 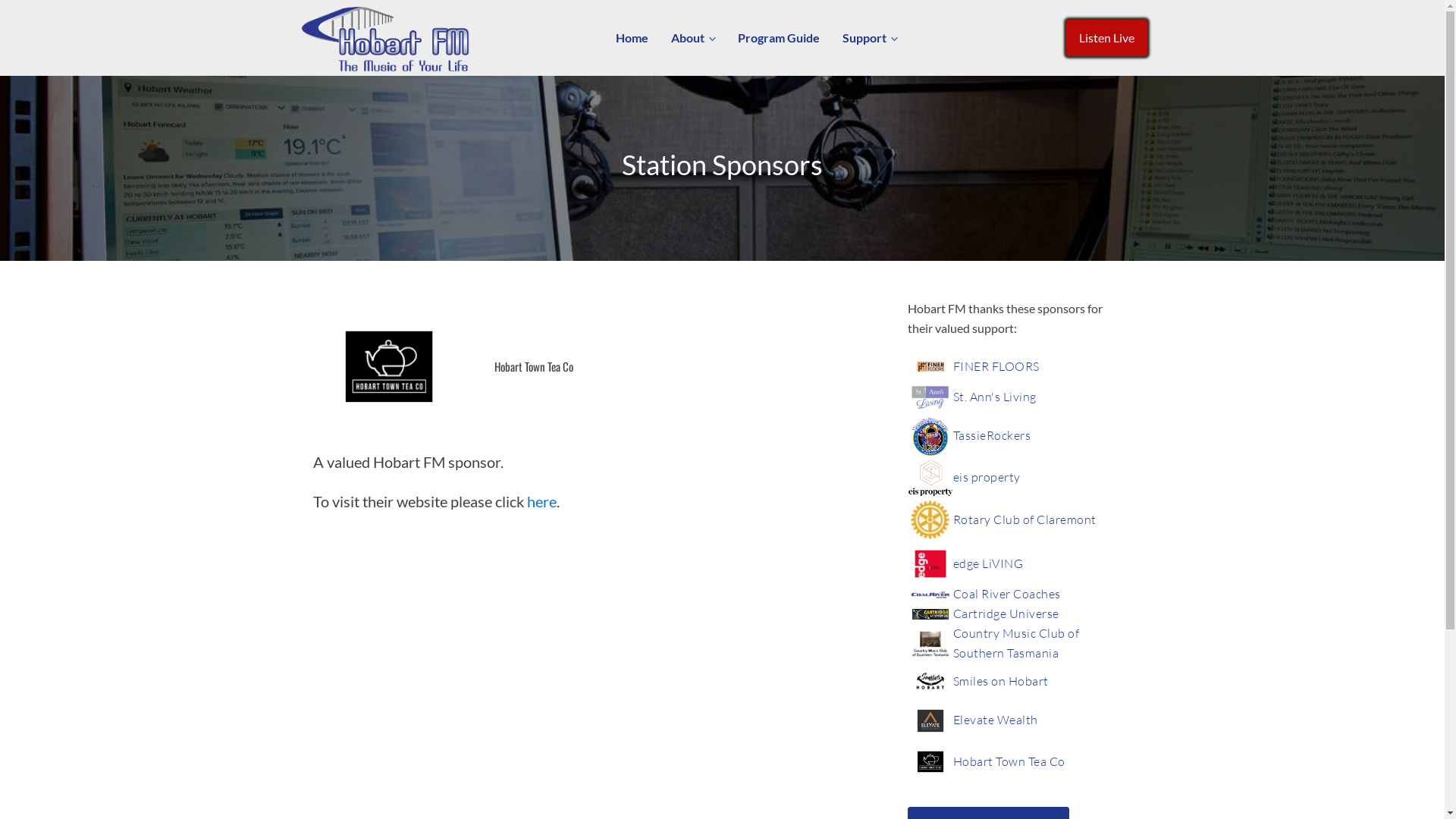 I want to click on 'Smiles on Hobart', so click(x=1000, y=680).